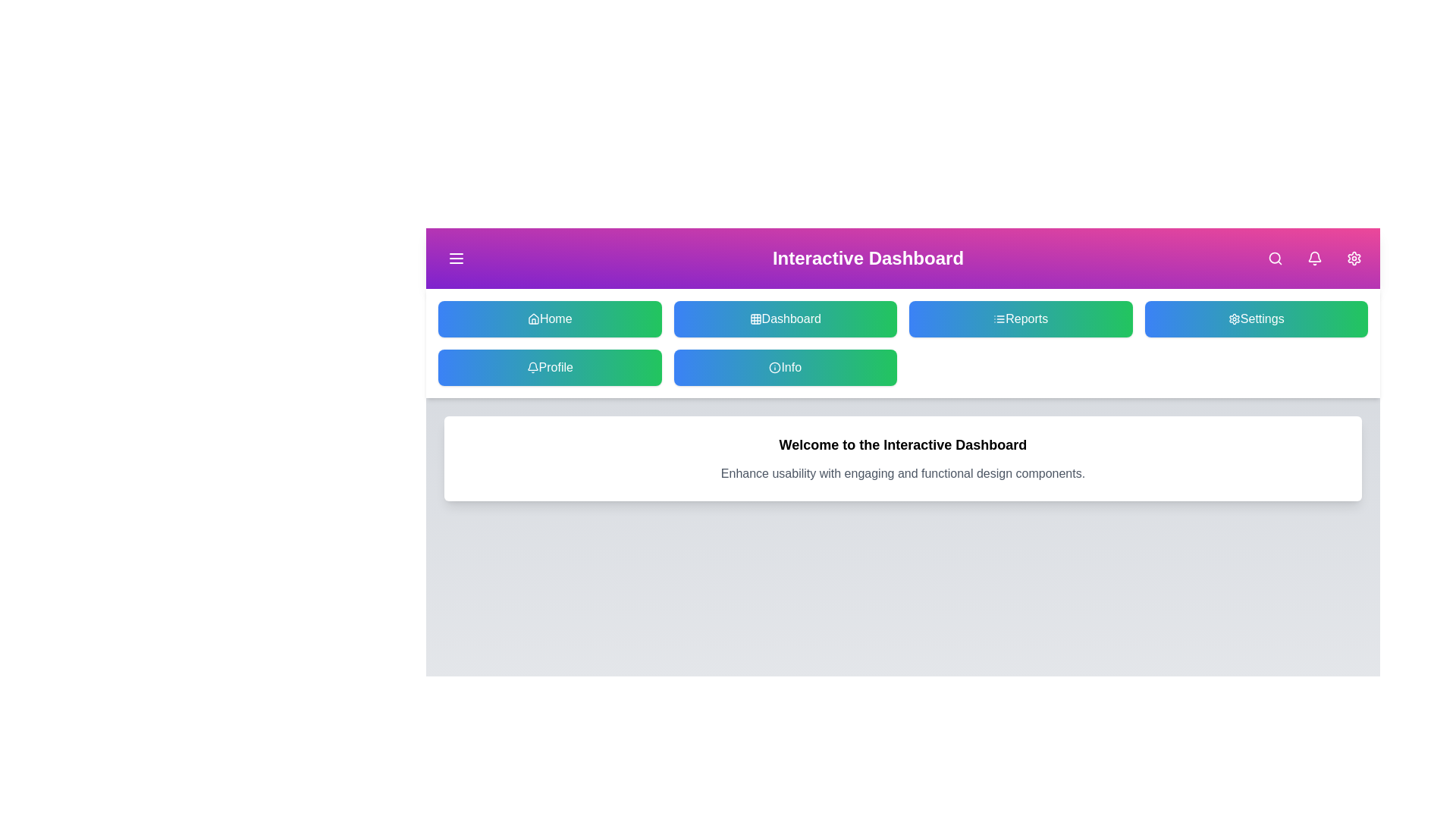  I want to click on the Info button to navigate to the respective section, so click(785, 368).